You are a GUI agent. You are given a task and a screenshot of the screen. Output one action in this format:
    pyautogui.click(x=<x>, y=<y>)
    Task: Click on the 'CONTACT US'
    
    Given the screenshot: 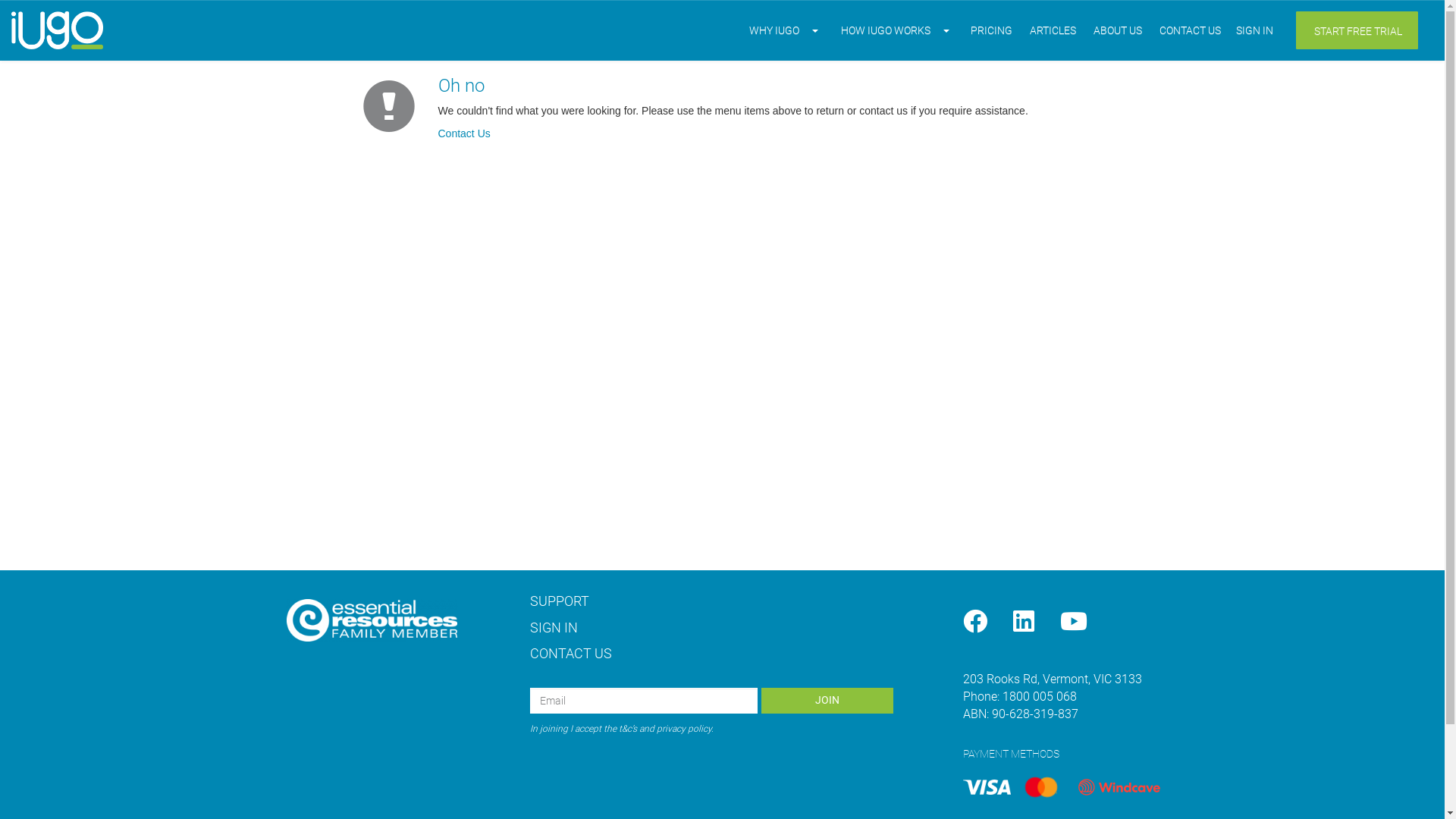 What is the action you would take?
    pyautogui.click(x=570, y=652)
    